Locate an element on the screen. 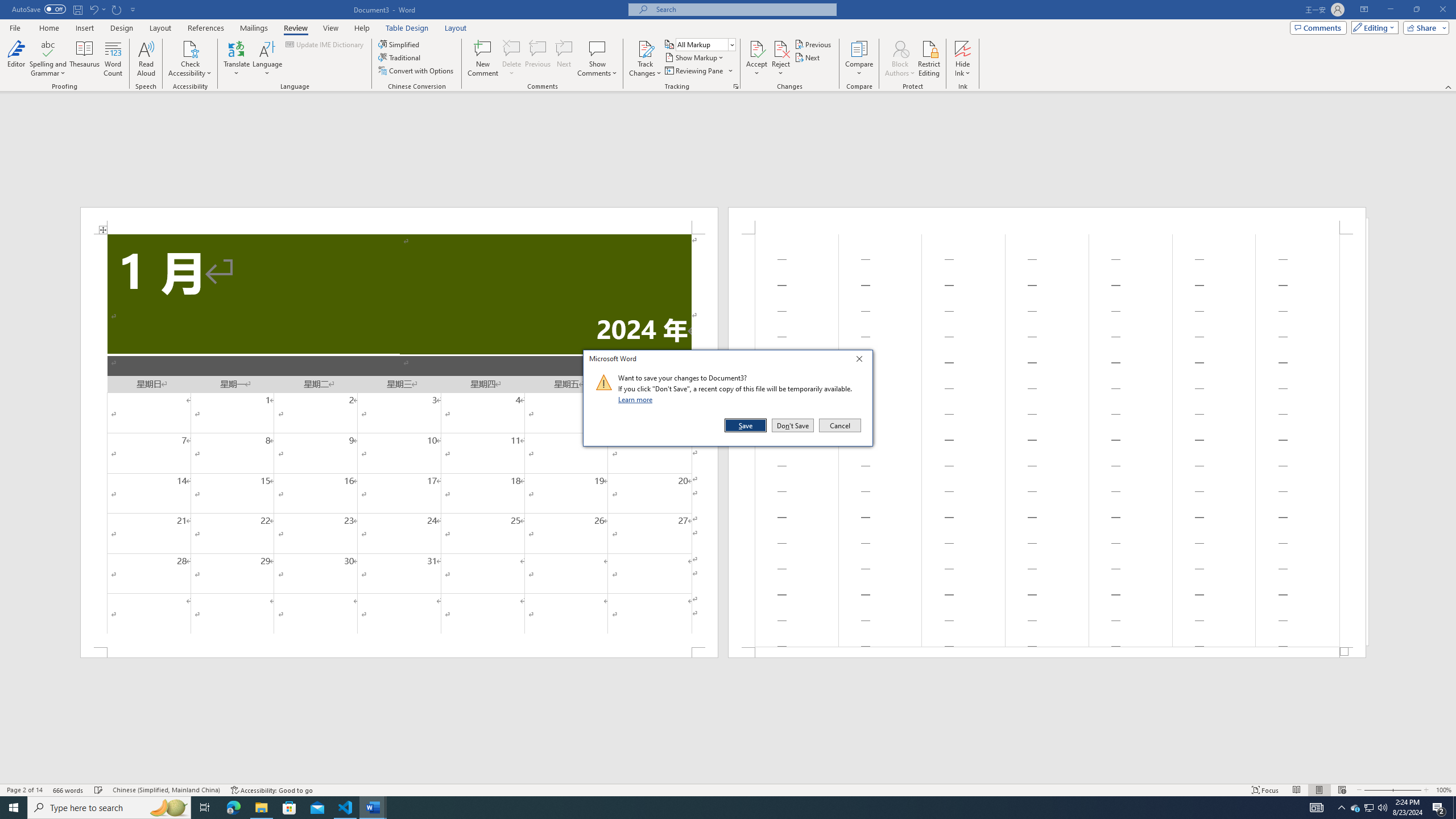 The image size is (1456, 819). 'Block Authors' is located at coordinates (900, 59).